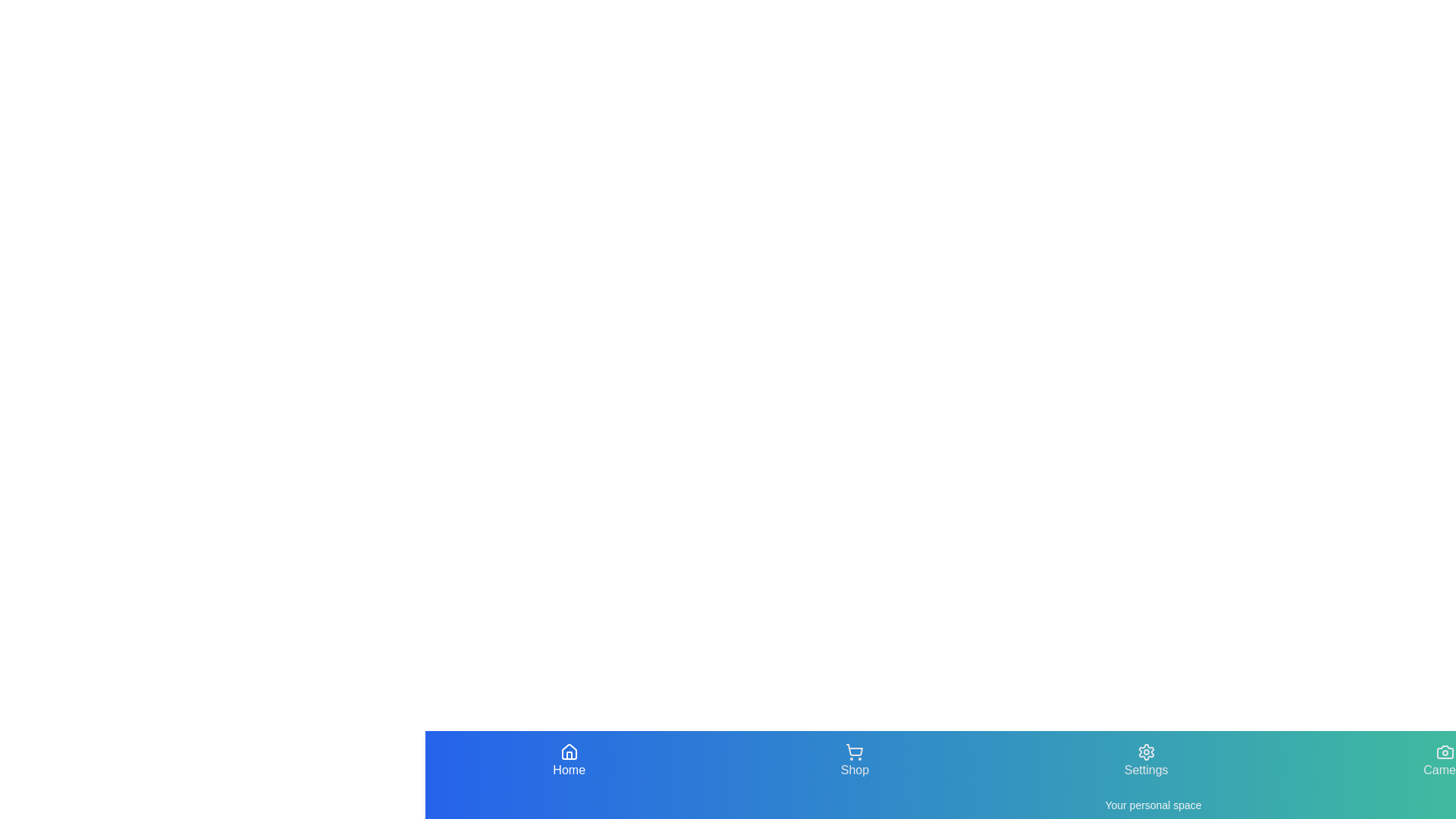  Describe the element at coordinates (1146, 761) in the screenshot. I see `the tab labeled 'Settings' to preview its hover effect` at that location.